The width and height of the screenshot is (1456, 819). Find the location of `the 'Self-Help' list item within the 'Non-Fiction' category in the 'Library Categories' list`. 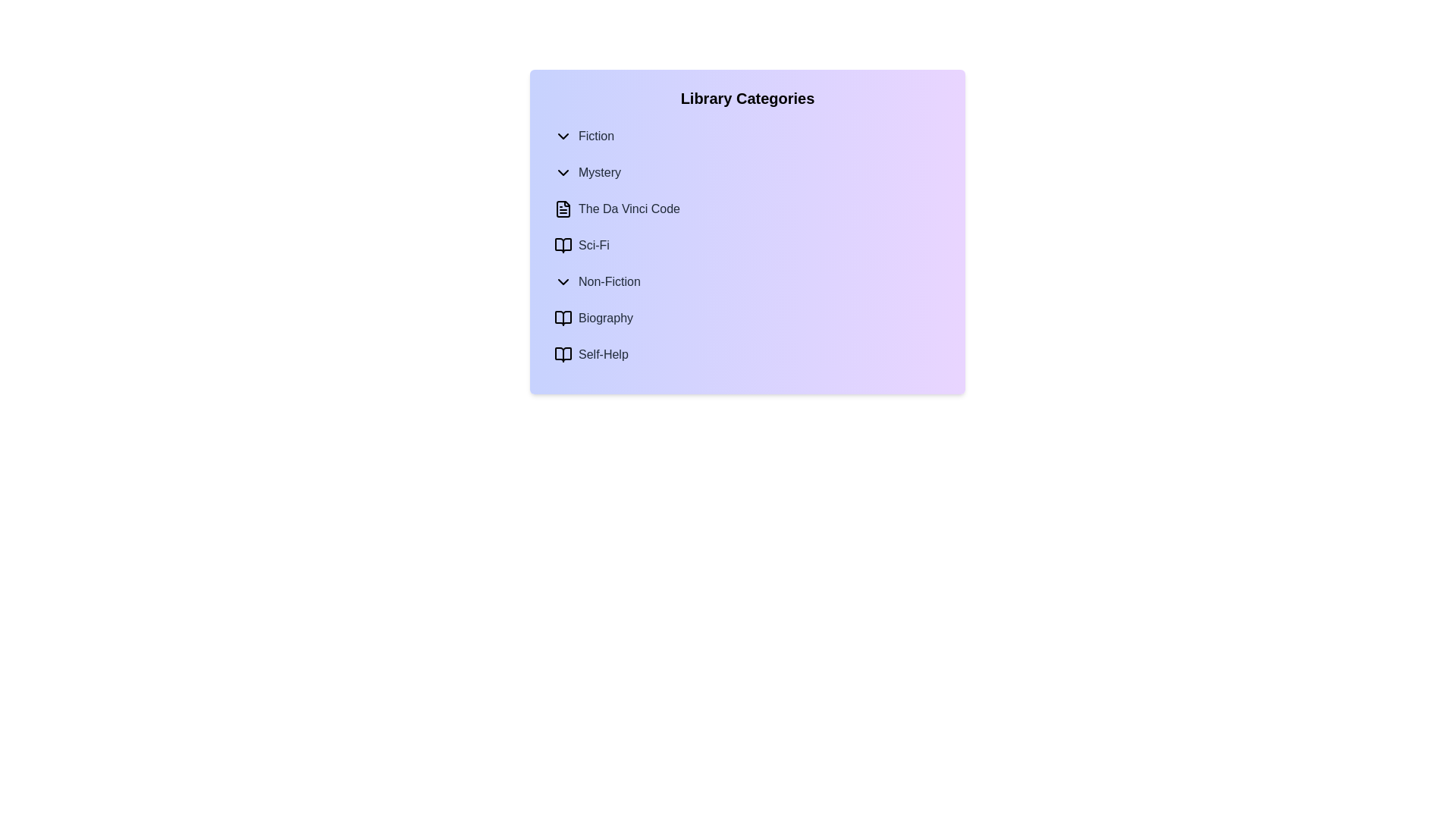

the 'Self-Help' list item within the 'Non-Fiction' category in the 'Library Categories' list is located at coordinates (747, 354).